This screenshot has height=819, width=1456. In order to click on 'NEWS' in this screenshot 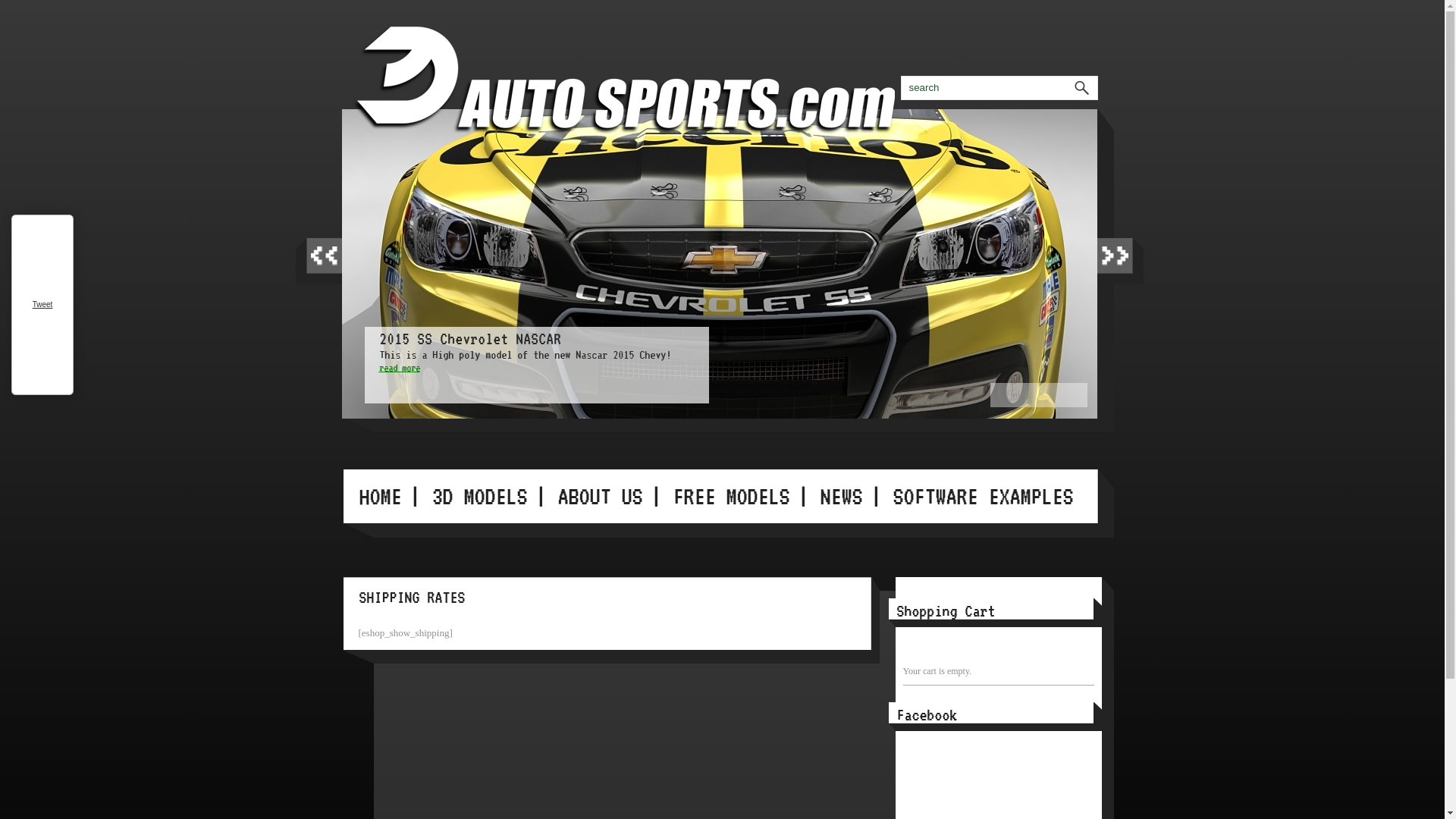, I will do `click(839, 496)`.